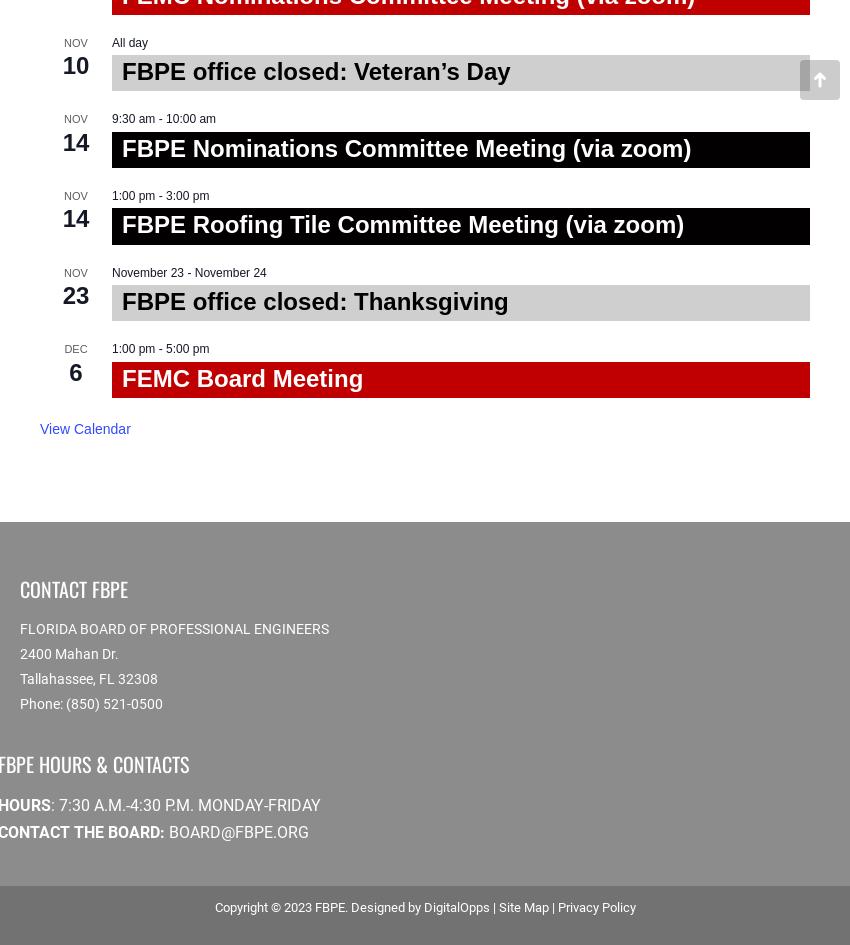  I want to click on 'FEMC Board Meeting', so click(120, 376).